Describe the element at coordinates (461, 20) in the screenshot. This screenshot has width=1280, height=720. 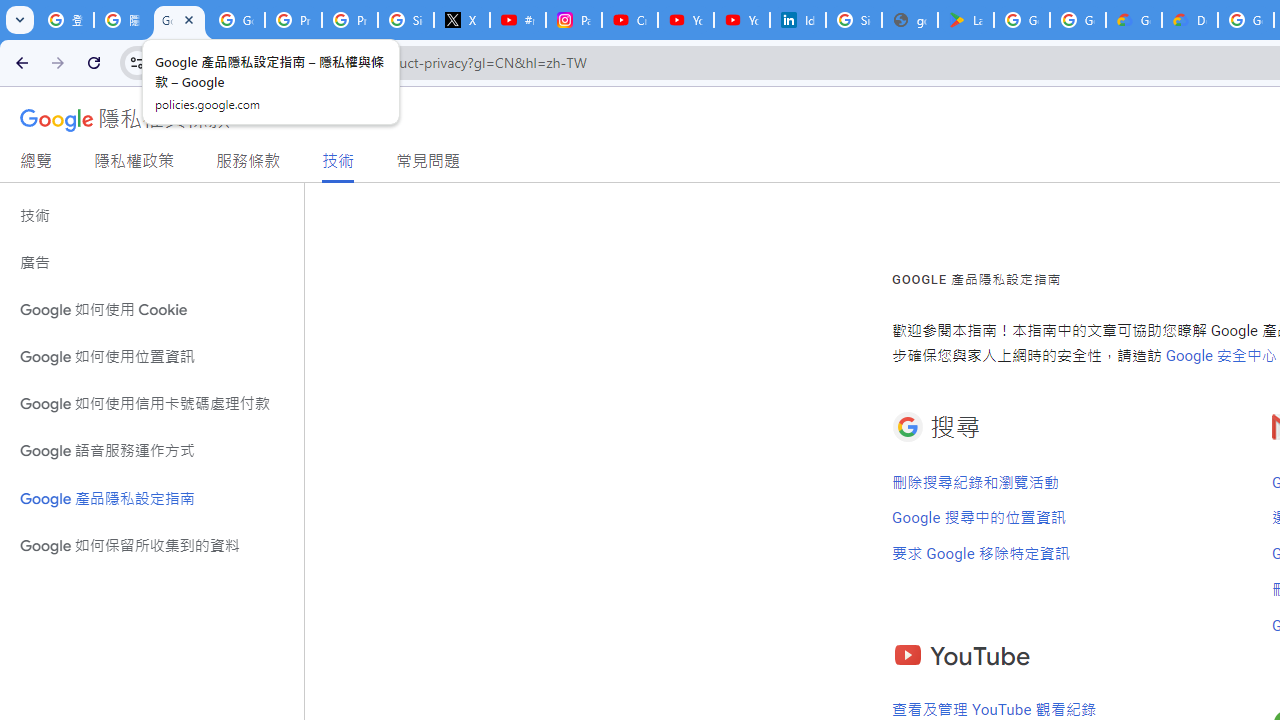
I see `'X'` at that location.